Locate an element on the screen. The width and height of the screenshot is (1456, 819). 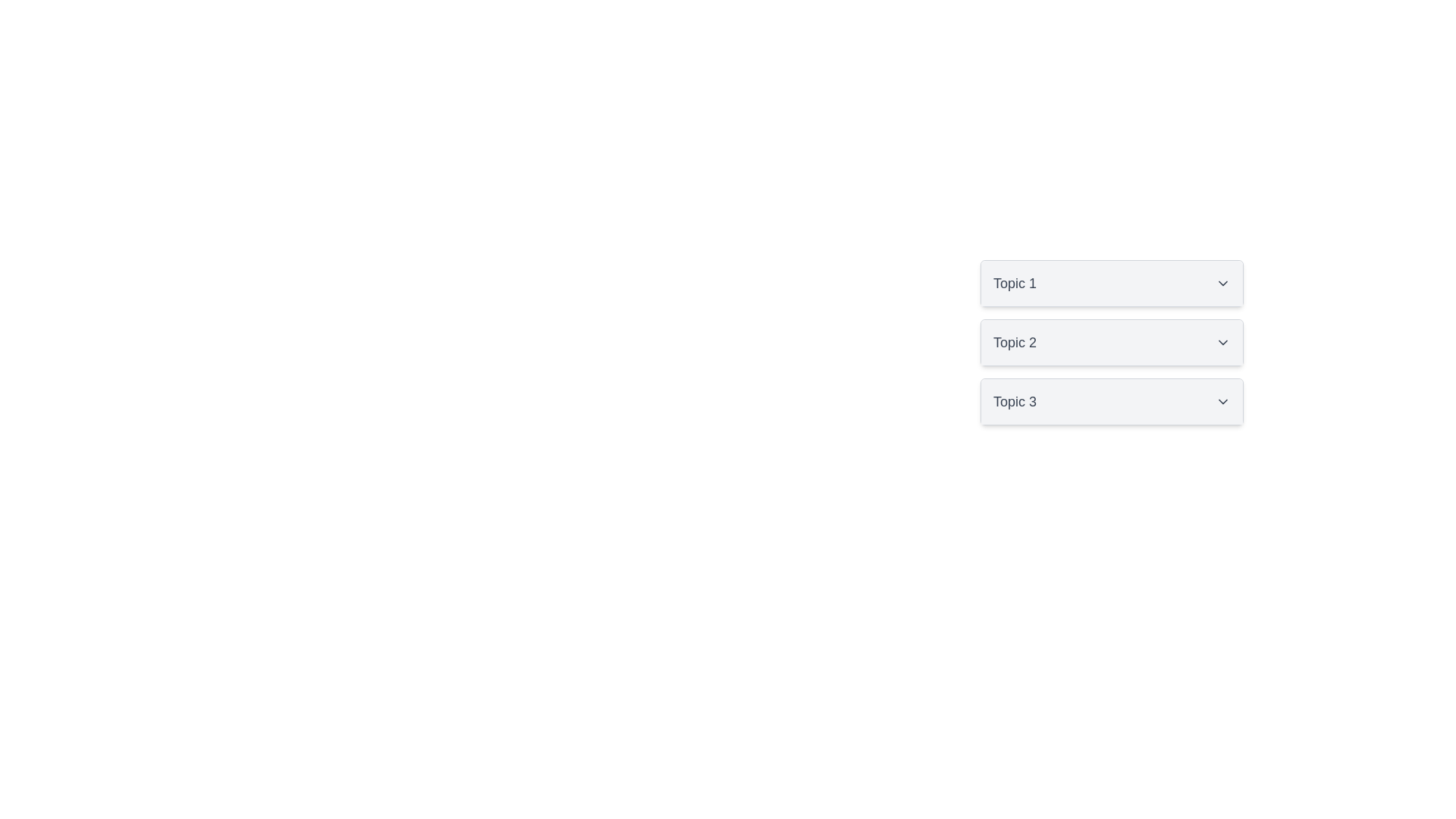
the chevron icon located at the rightmost edge of the 'Topic 3' button is located at coordinates (1222, 400).